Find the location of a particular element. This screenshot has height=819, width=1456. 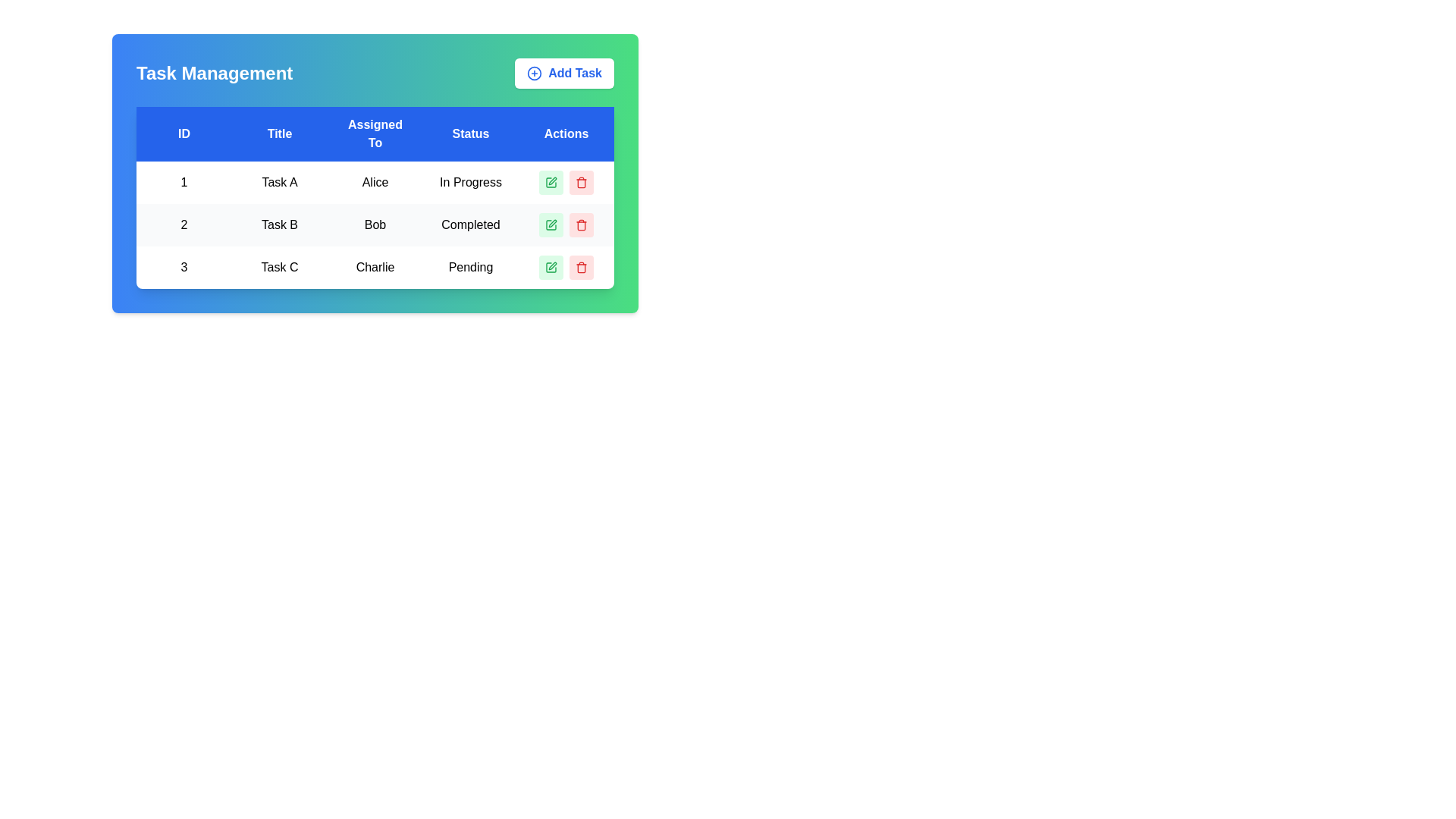

the delete icon in the 'Actions' column of the second row, which is represented by a trash can icon is located at coordinates (581, 225).